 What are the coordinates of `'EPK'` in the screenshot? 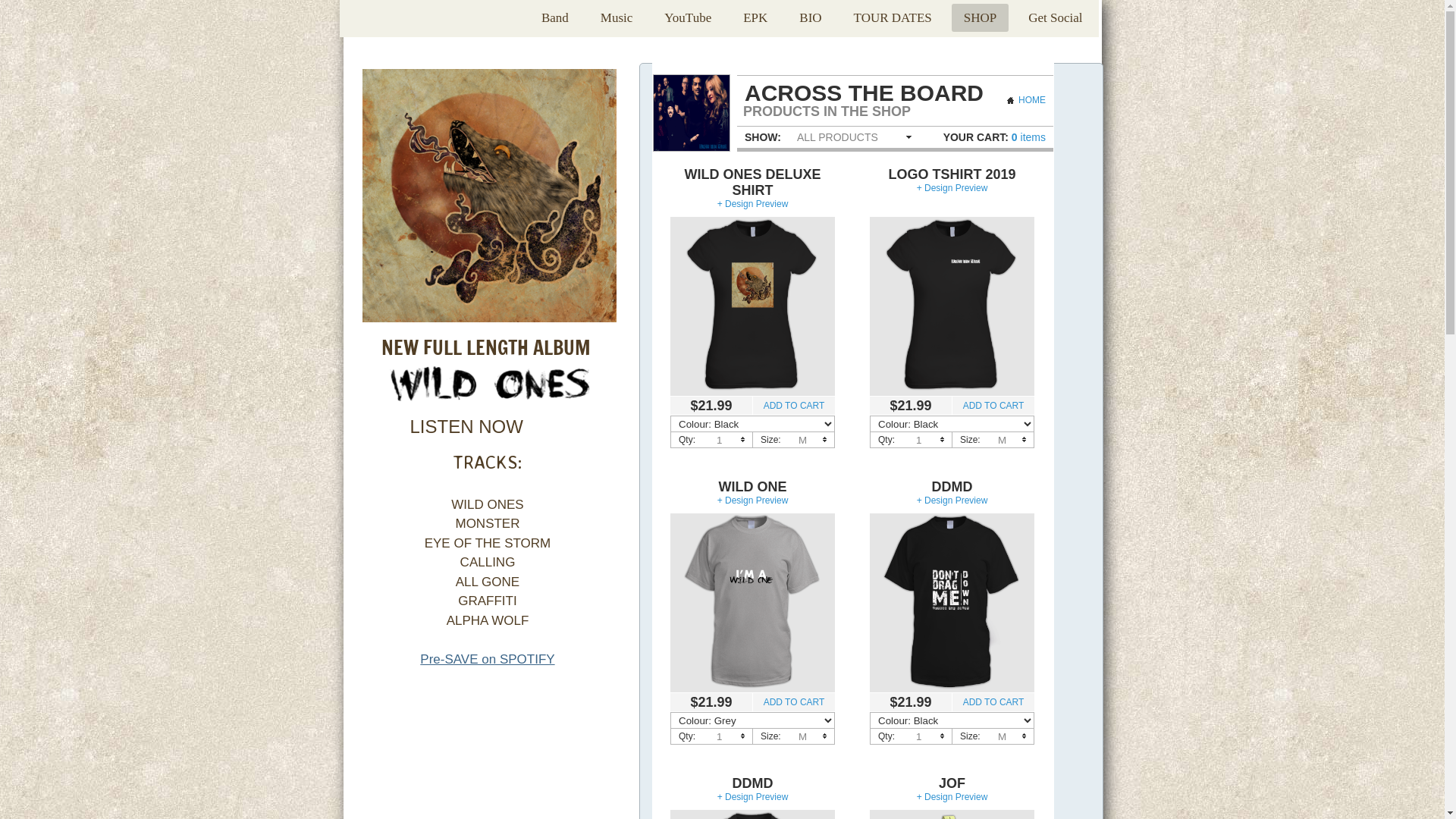 It's located at (755, 17).